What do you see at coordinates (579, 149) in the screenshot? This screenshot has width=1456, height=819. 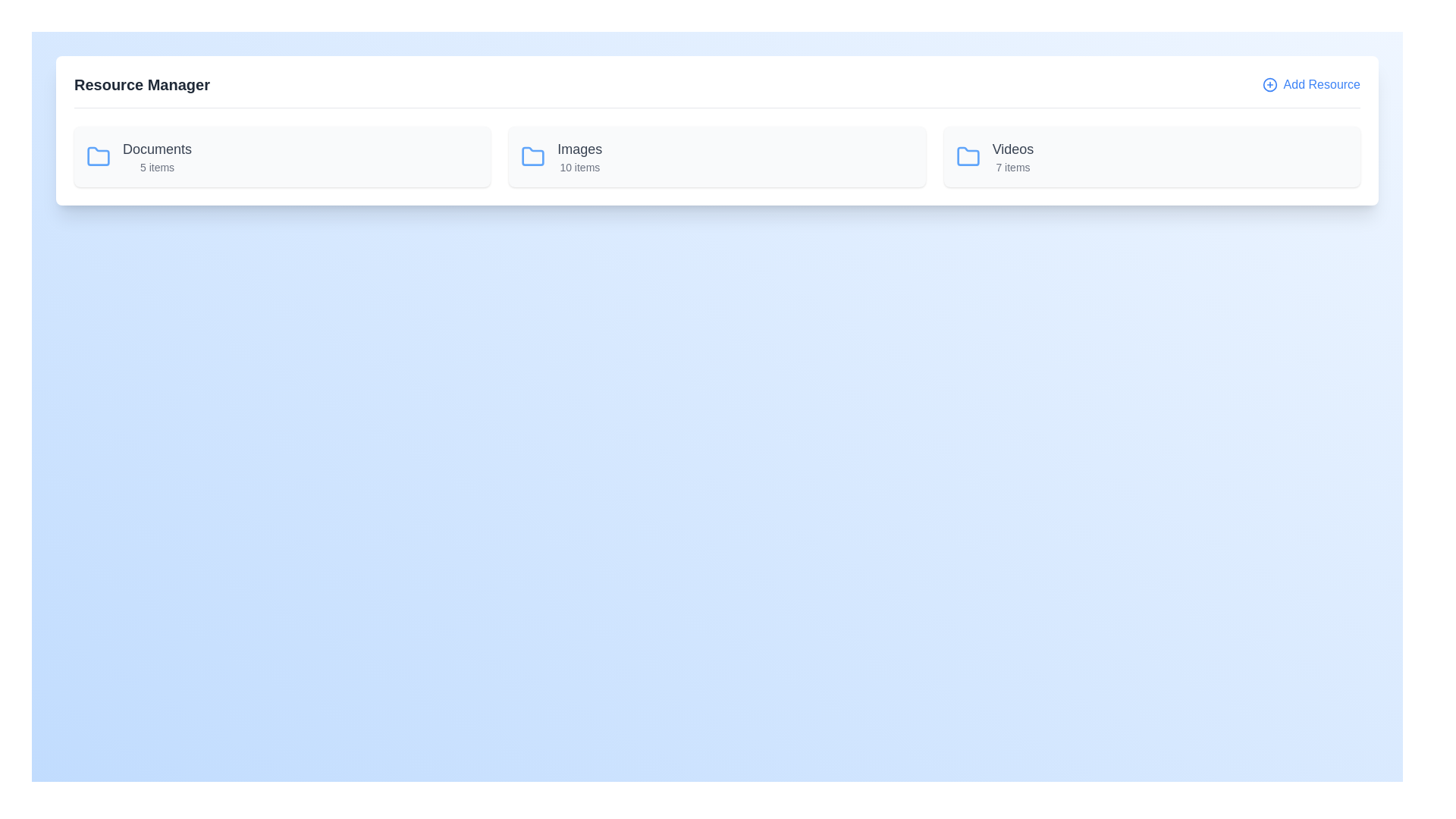 I see `the 'Images' text label located inside its card` at bounding box center [579, 149].